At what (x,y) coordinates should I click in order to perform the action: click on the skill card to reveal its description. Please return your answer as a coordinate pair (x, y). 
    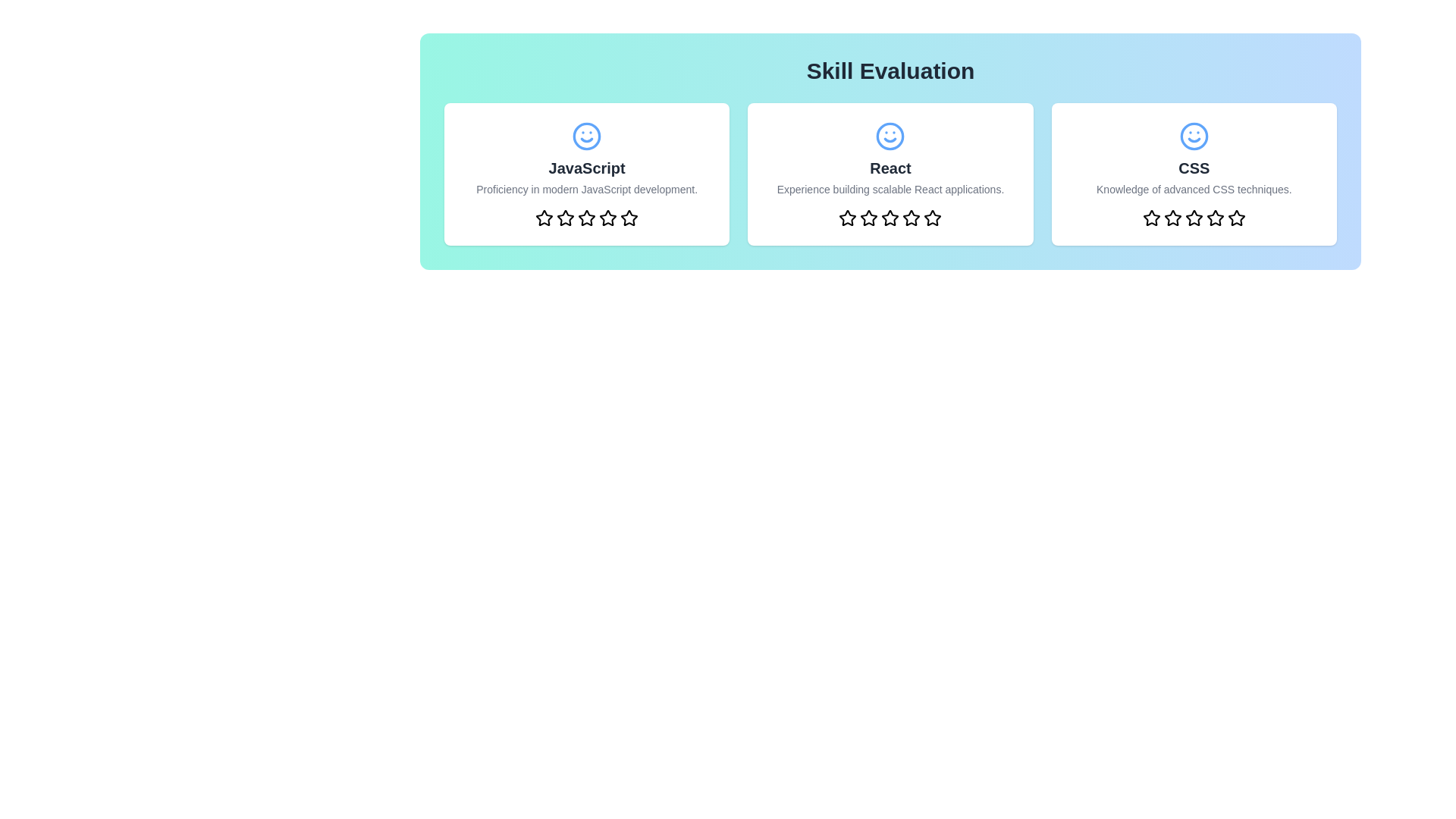
    Looking at the image, I should click on (585, 174).